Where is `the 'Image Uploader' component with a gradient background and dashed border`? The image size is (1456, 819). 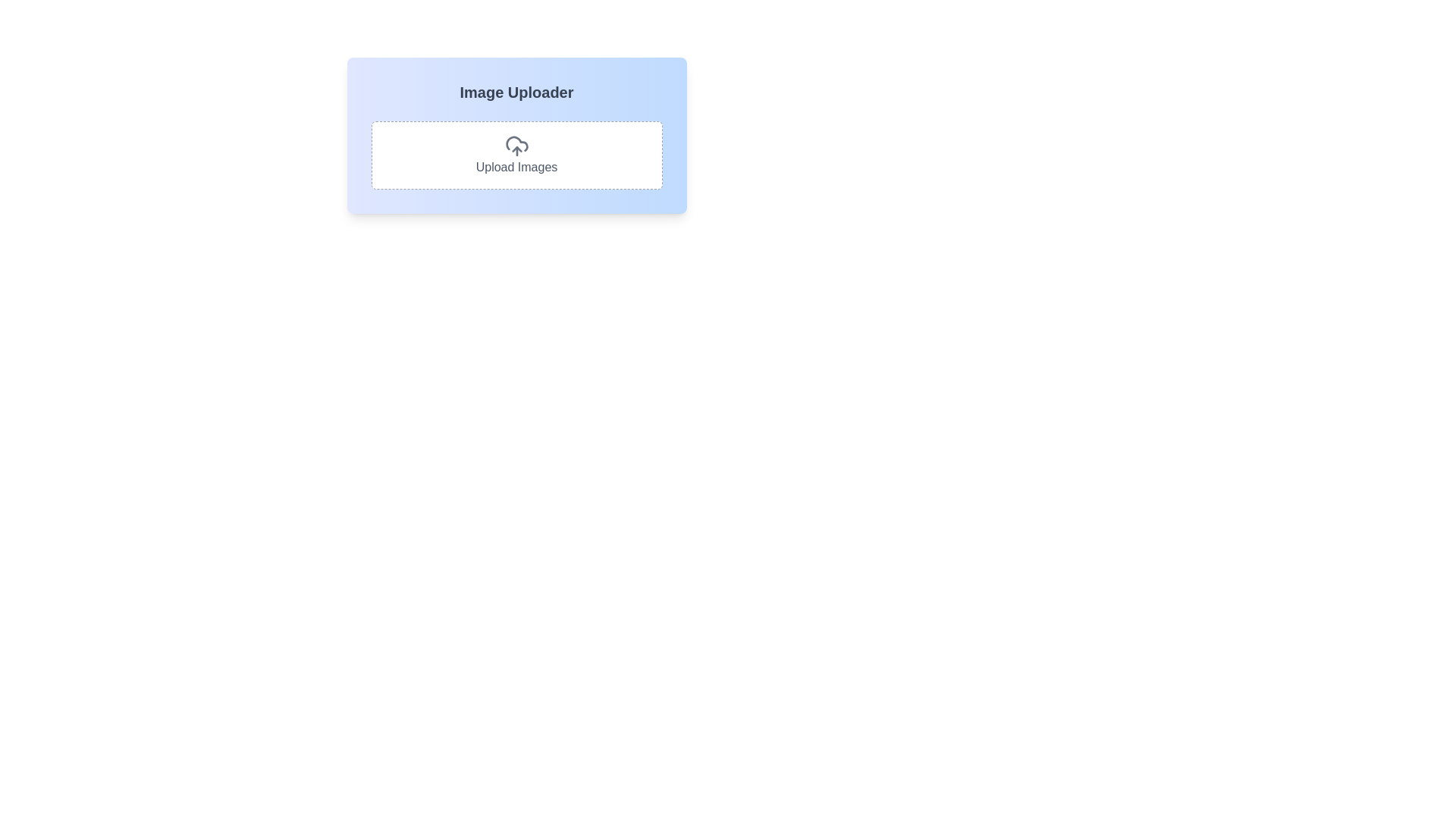 the 'Image Uploader' component with a gradient background and dashed border is located at coordinates (516, 134).